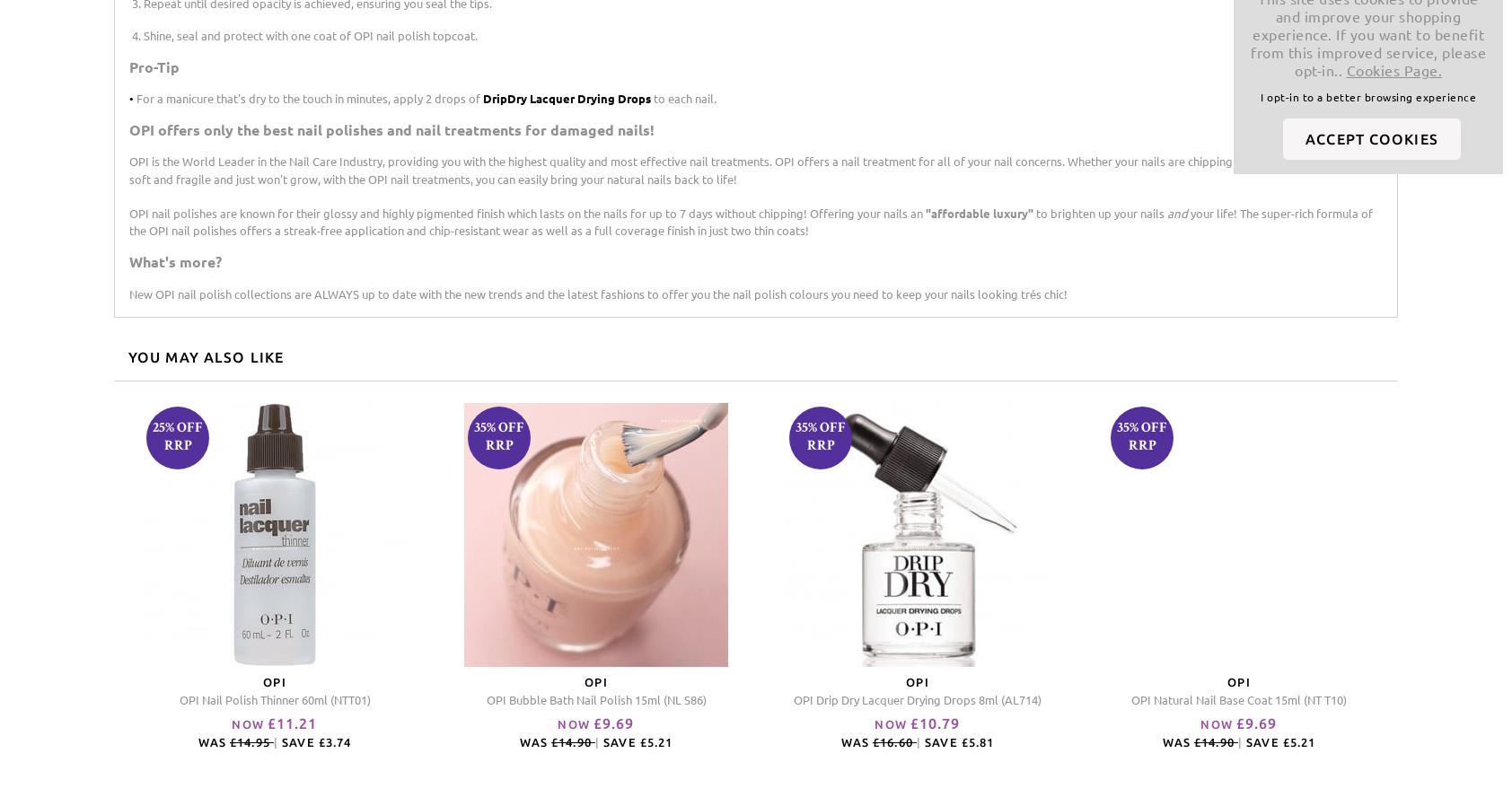 This screenshot has height=806, width=1512. I want to click on 'New OPI nail polish collections are ALWAYS up to date with the new trends and the latest fashions to offer you the nail polish colours you need to keep your nails looking trés chic!', so click(127, 293).